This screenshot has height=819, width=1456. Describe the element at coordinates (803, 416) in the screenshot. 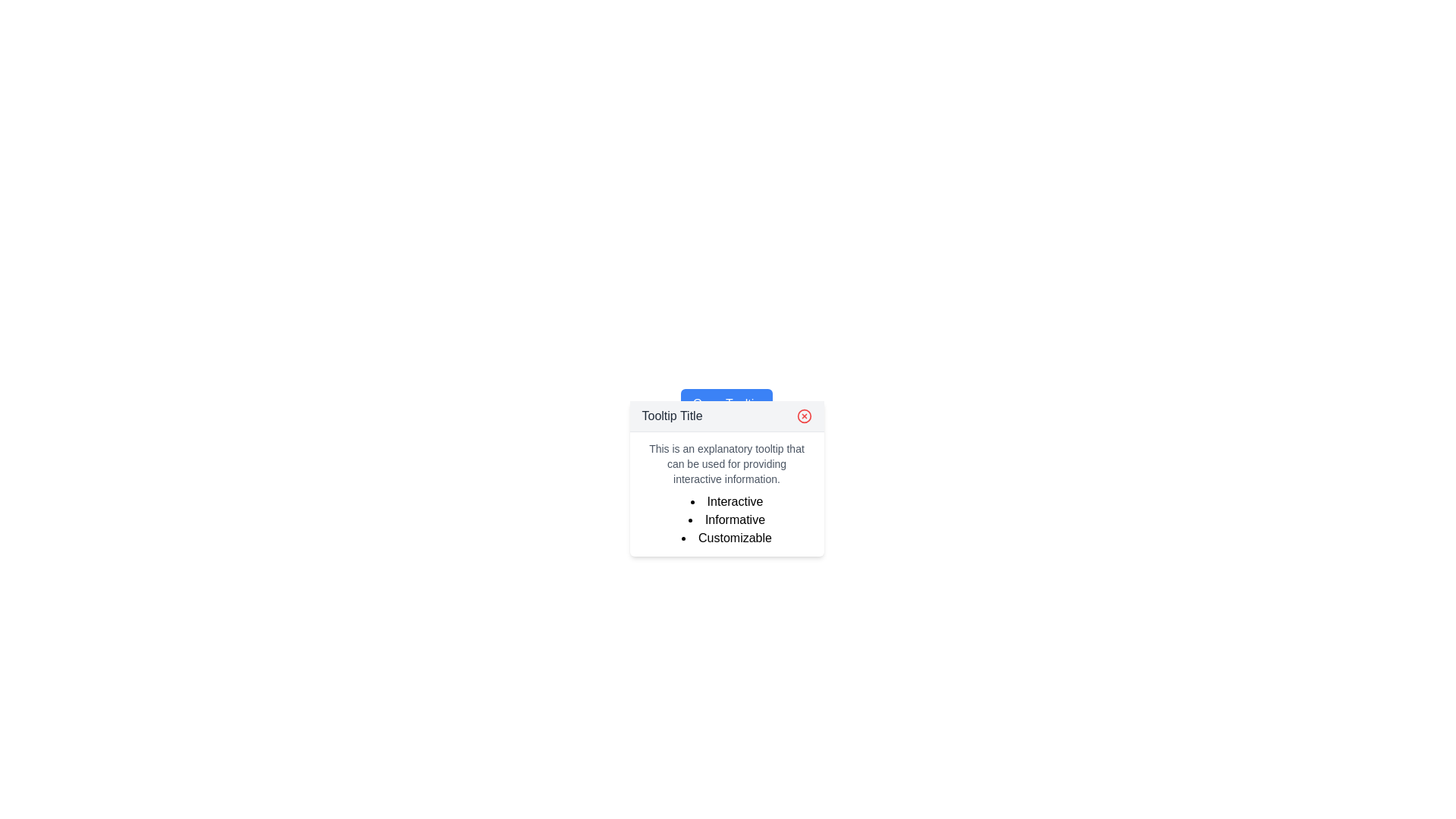

I see `the circular red graphical element that is styled as a close button located in the top-right corner of the tooltip box` at that location.